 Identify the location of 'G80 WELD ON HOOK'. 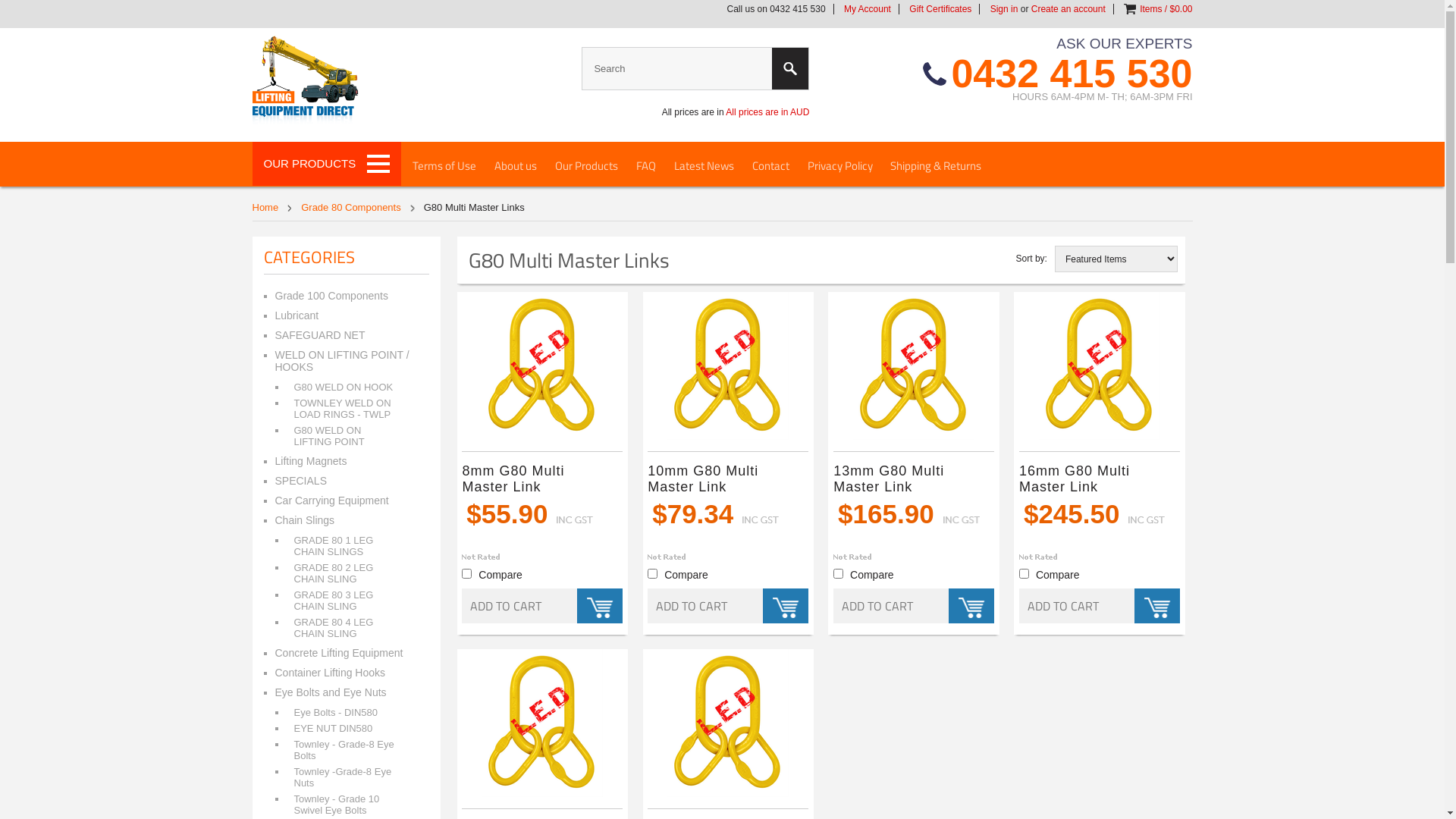
(346, 386).